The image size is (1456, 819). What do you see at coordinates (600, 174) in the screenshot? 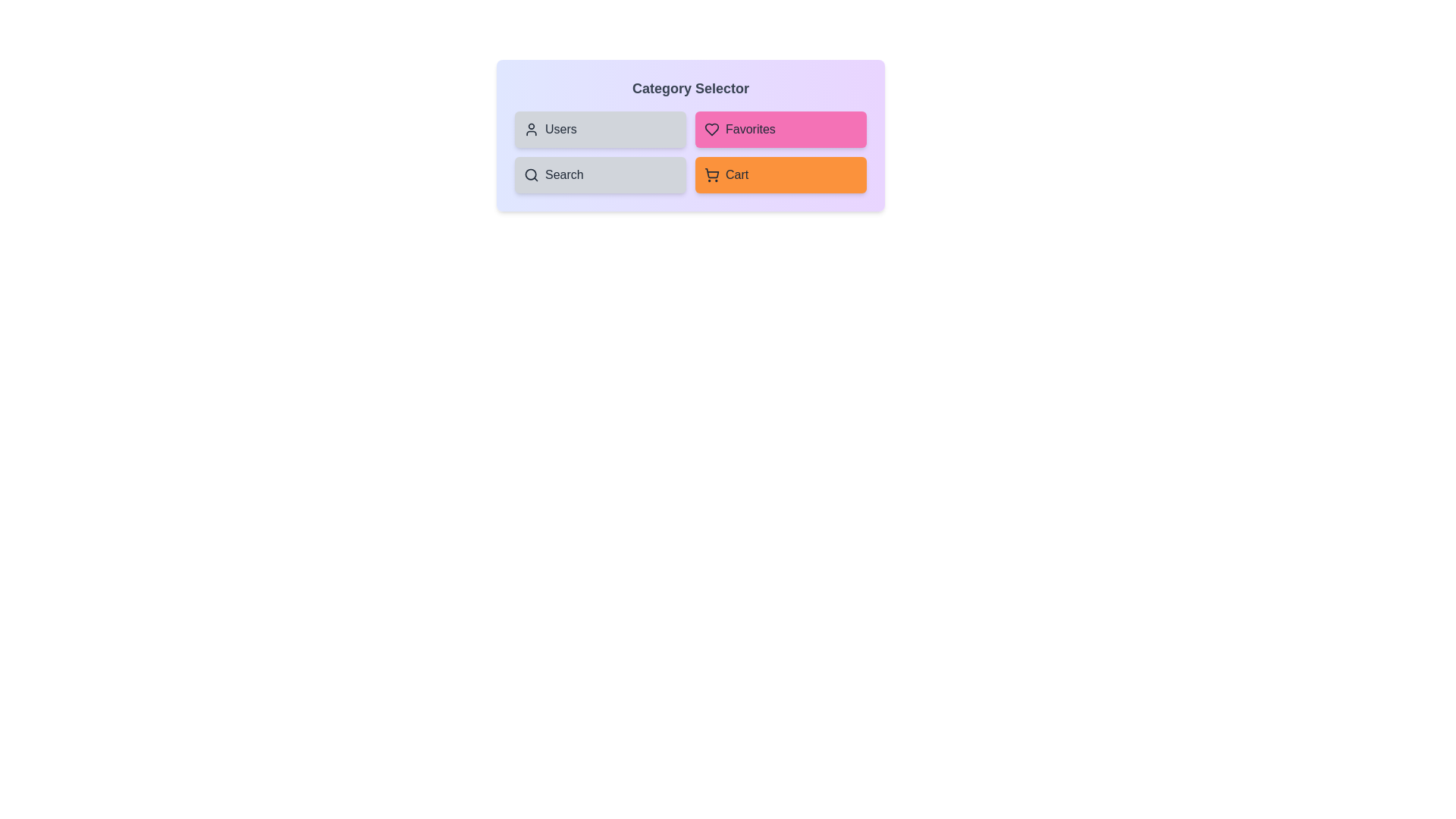
I see `the 'Search' button to toggle its selection state` at bounding box center [600, 174].